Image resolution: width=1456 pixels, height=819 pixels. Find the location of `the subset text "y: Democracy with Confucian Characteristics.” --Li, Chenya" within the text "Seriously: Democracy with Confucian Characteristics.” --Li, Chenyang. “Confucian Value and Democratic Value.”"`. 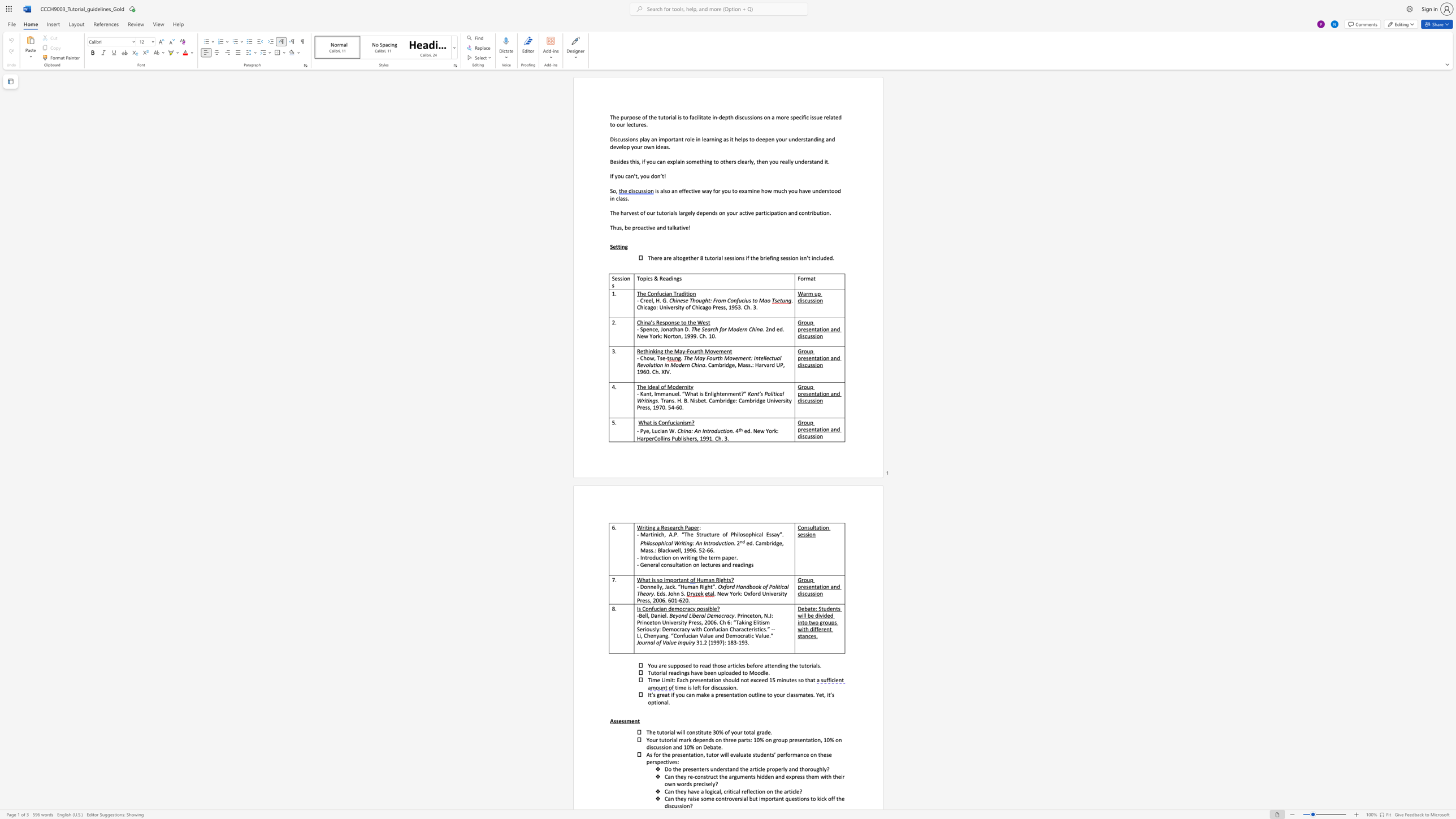

the subset text "y: Democracy with Confucian Characteristics.” --Li, Chenya" within the text "Seriously: Democracy with Confucian Characteristics.” --Li, Chenyang. “Confucian Value and Democratic Value.”" is located at coordinates (656, 629).